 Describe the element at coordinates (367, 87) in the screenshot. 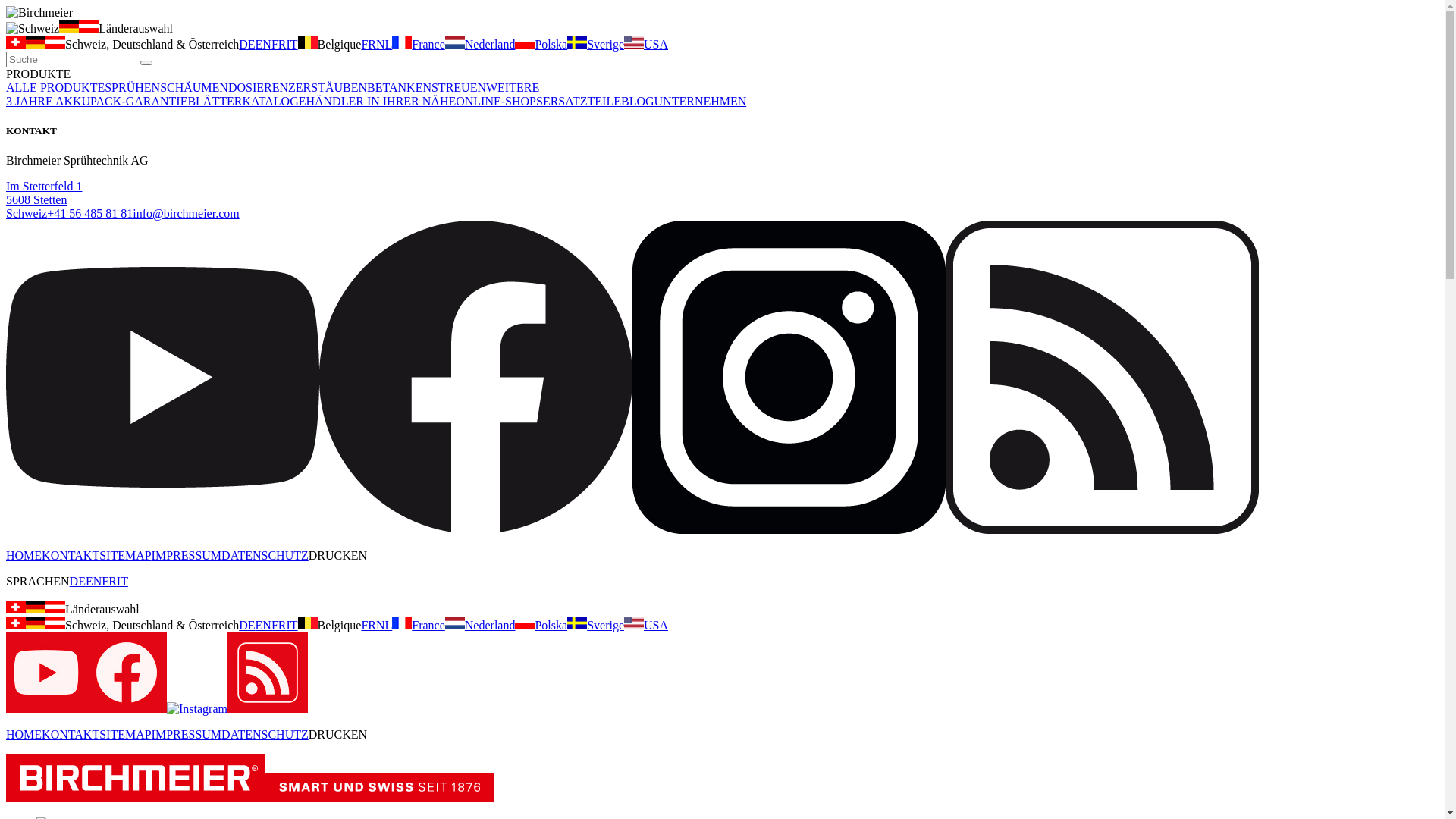

I see `'BETANKEN'` at that location.